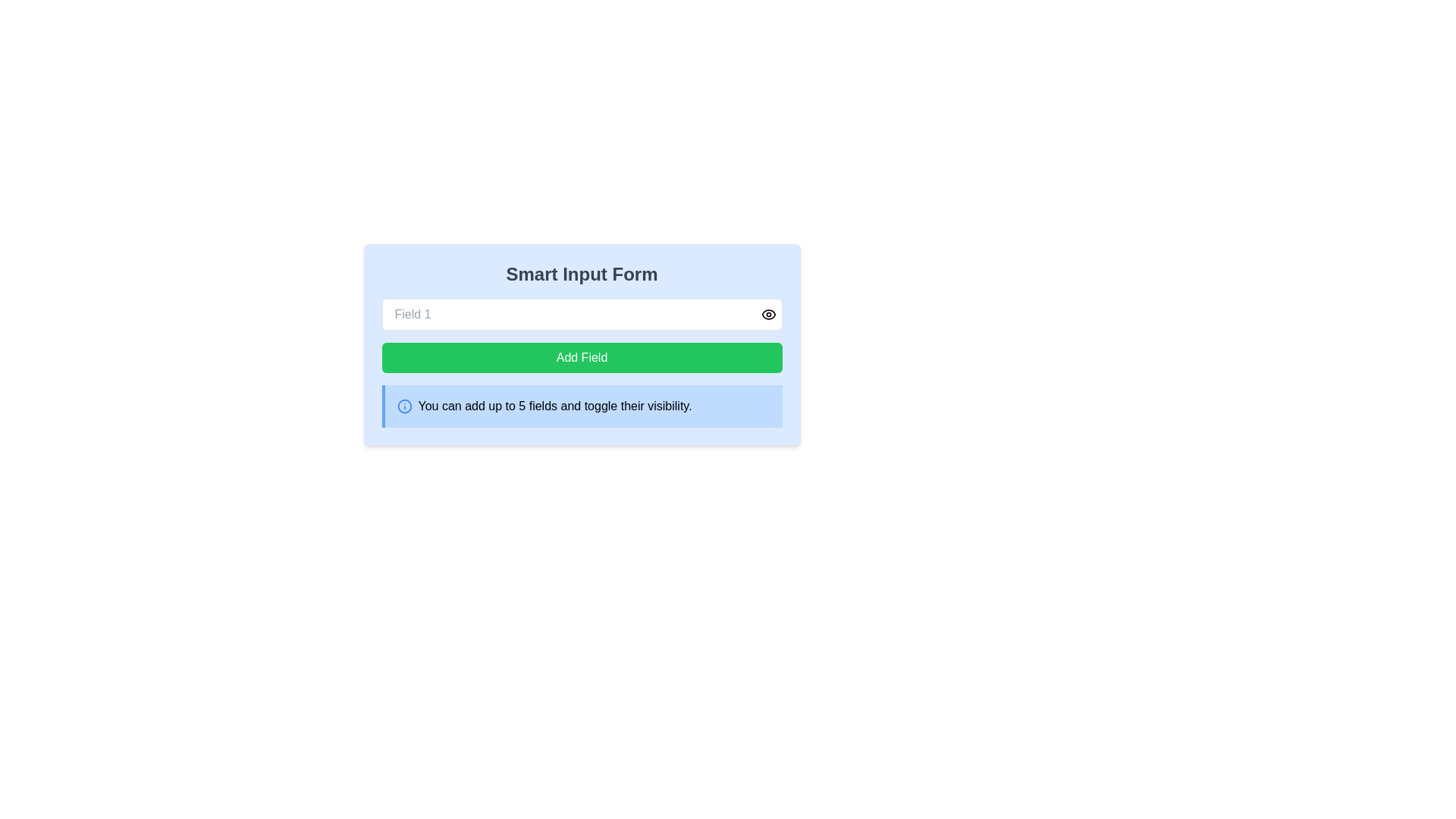 The image size is (1456, 819). I want to click on the small circular button with an eye icon, located to the far right of the input field labeled 'Field 1', so click(768, 314).